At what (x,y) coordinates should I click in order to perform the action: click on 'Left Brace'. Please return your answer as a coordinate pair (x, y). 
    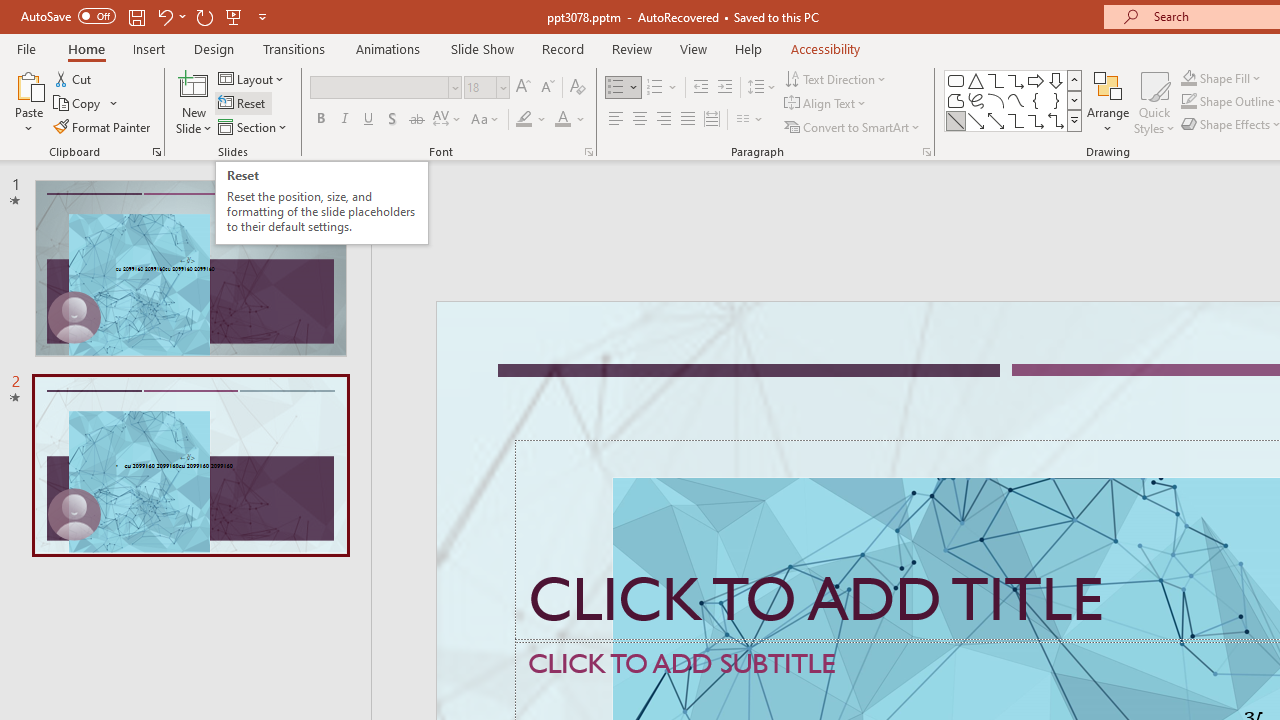
    Looking at the image, I should click on (1036, 100).